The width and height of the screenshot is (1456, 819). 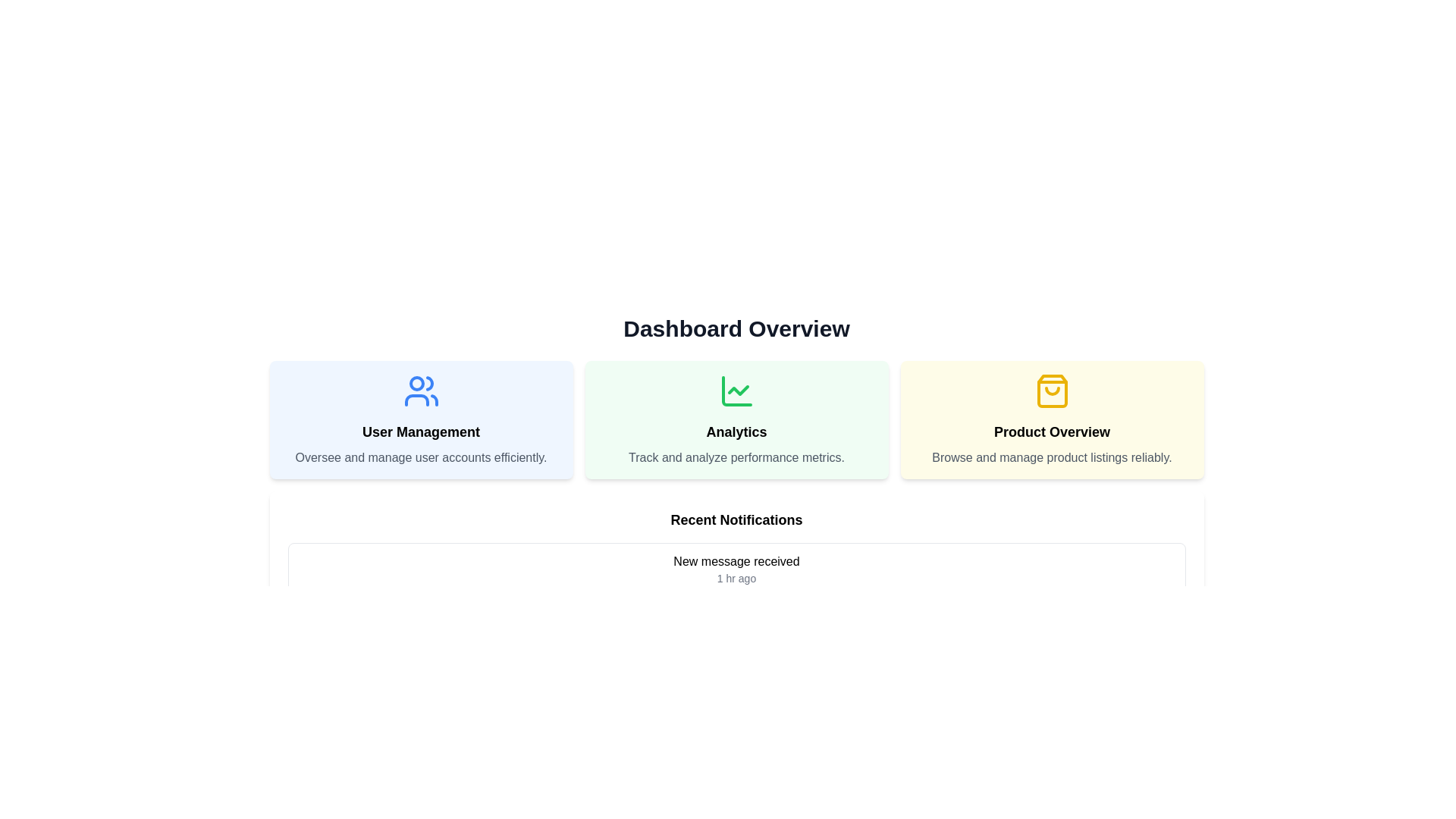 What do you see at coordinates (736, 579) in the screenshot?
I see `the text label displaying '1 hr ago' which is styled with a smaller gray font and positioned below 'New message received'` at bounding box center [736, 579].